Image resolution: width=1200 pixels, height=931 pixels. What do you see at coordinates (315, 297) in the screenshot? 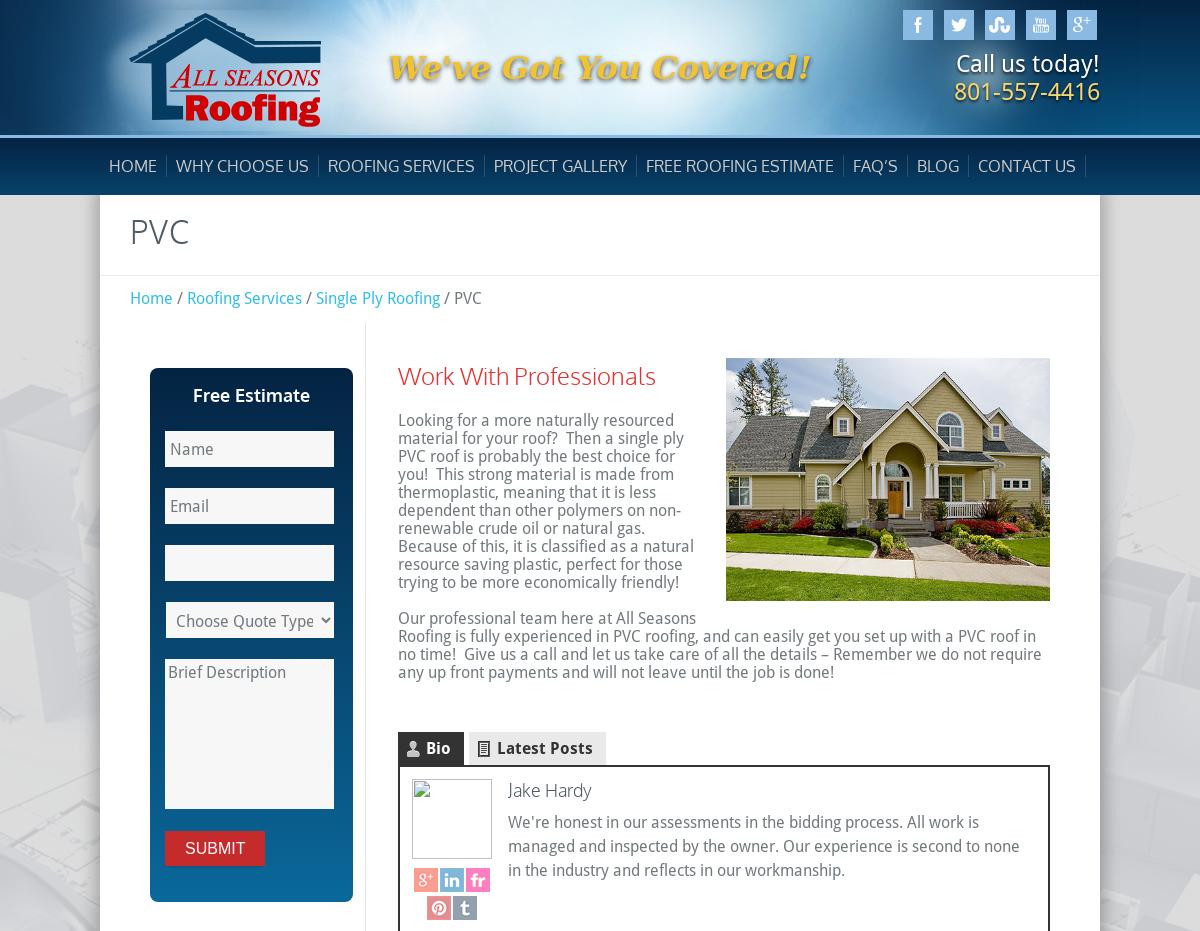
I see `'Single Ply Roofing'` at bounding box center [315, 297].